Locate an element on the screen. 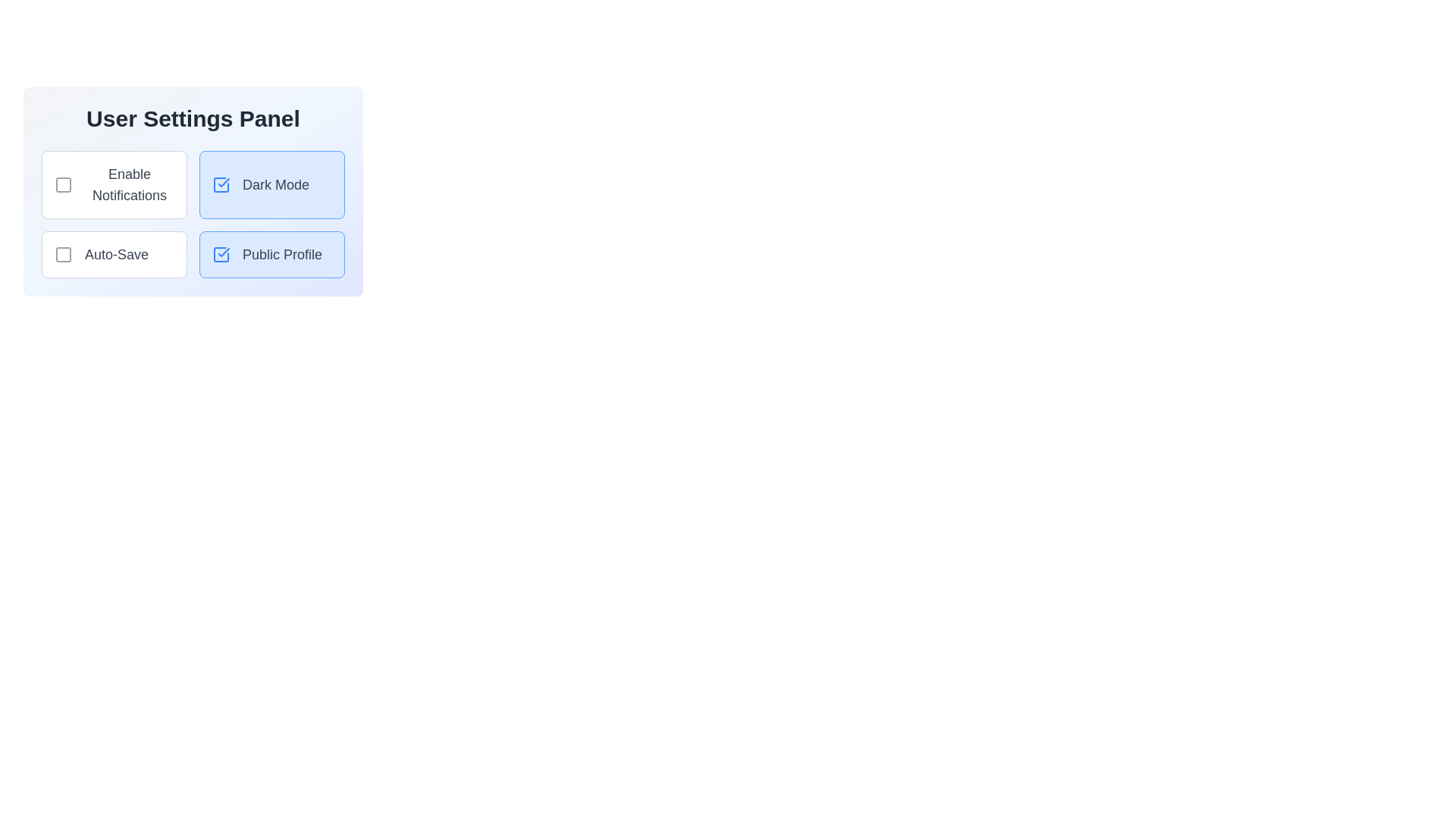 This screenshot has width=1456, height=819. the text label displaying 'Auto-Save' which is styled with medium-sized font and dark-gray color, located within the bottom-left quadrant of the 'User Settings Panel' is located at coordinates (115, 253).